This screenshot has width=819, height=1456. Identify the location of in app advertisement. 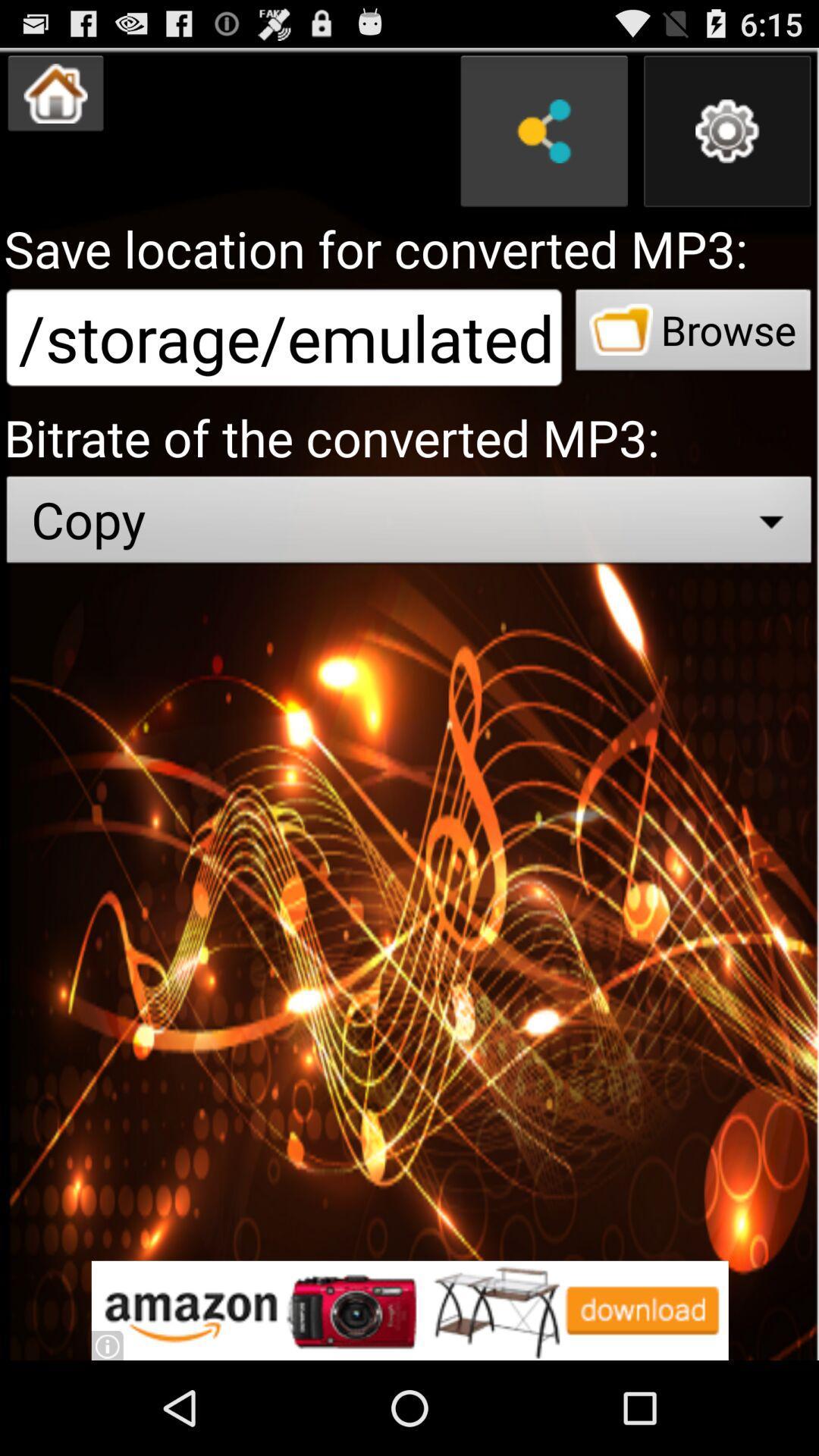
(409, 1310).